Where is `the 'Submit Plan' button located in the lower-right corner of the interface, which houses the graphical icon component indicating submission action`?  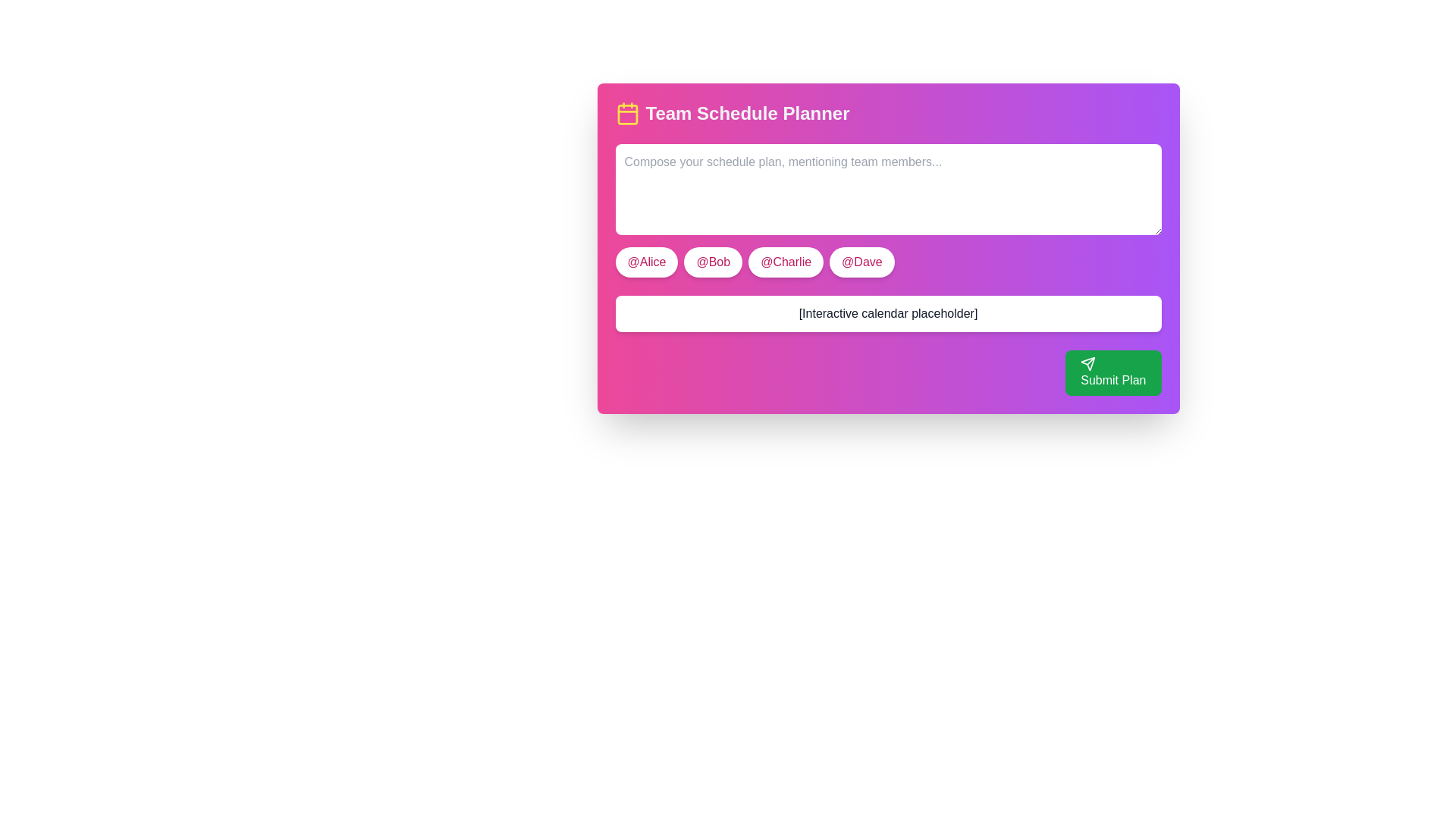 the 'Submit Plan' button located in the lower-right corner of the interface, which houses the graphical icon component indicating submission action is located at coordinates (1087, 362).